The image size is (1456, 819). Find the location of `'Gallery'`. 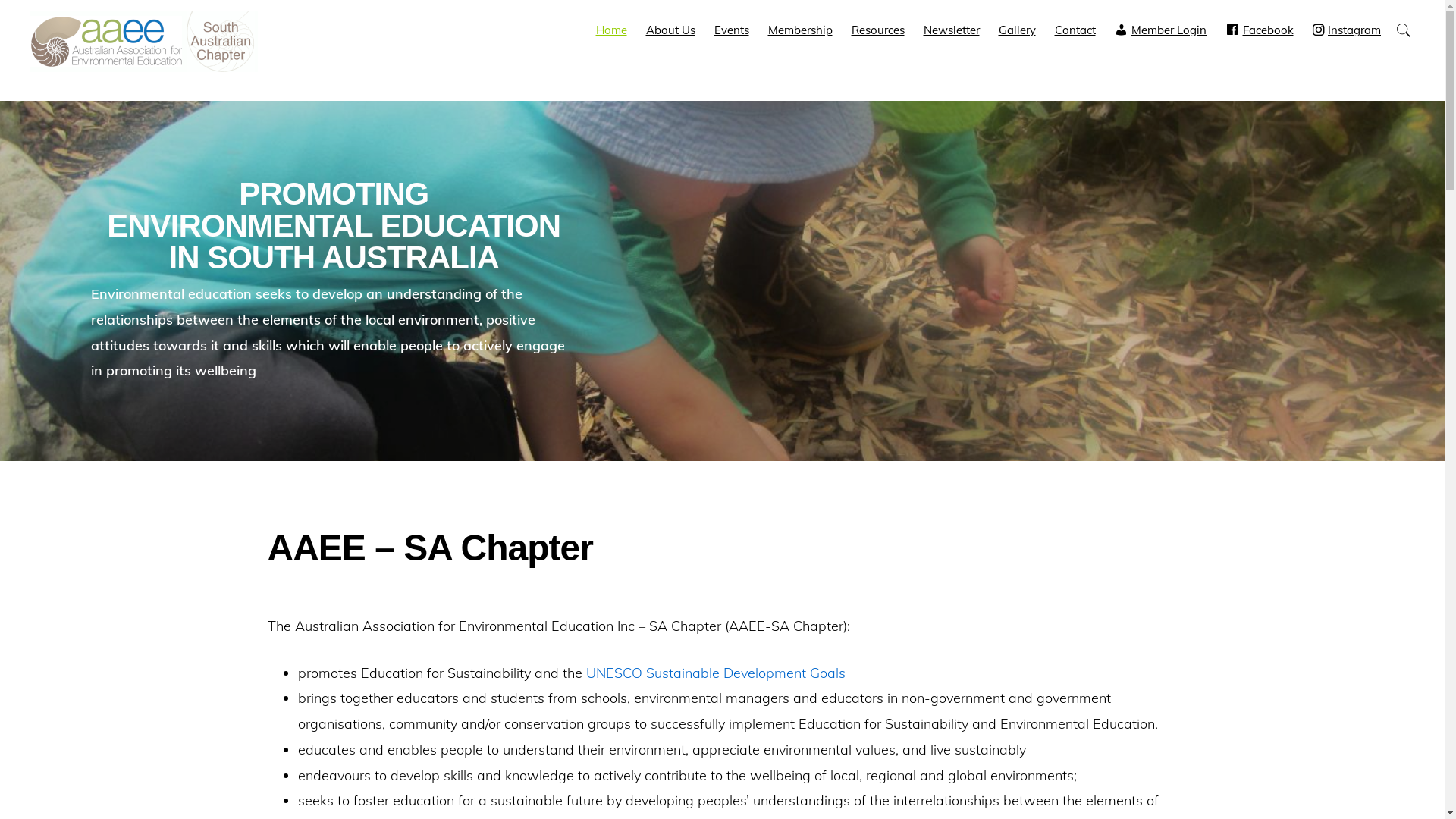

'Gallery' is located at coordinates (1016, 30).